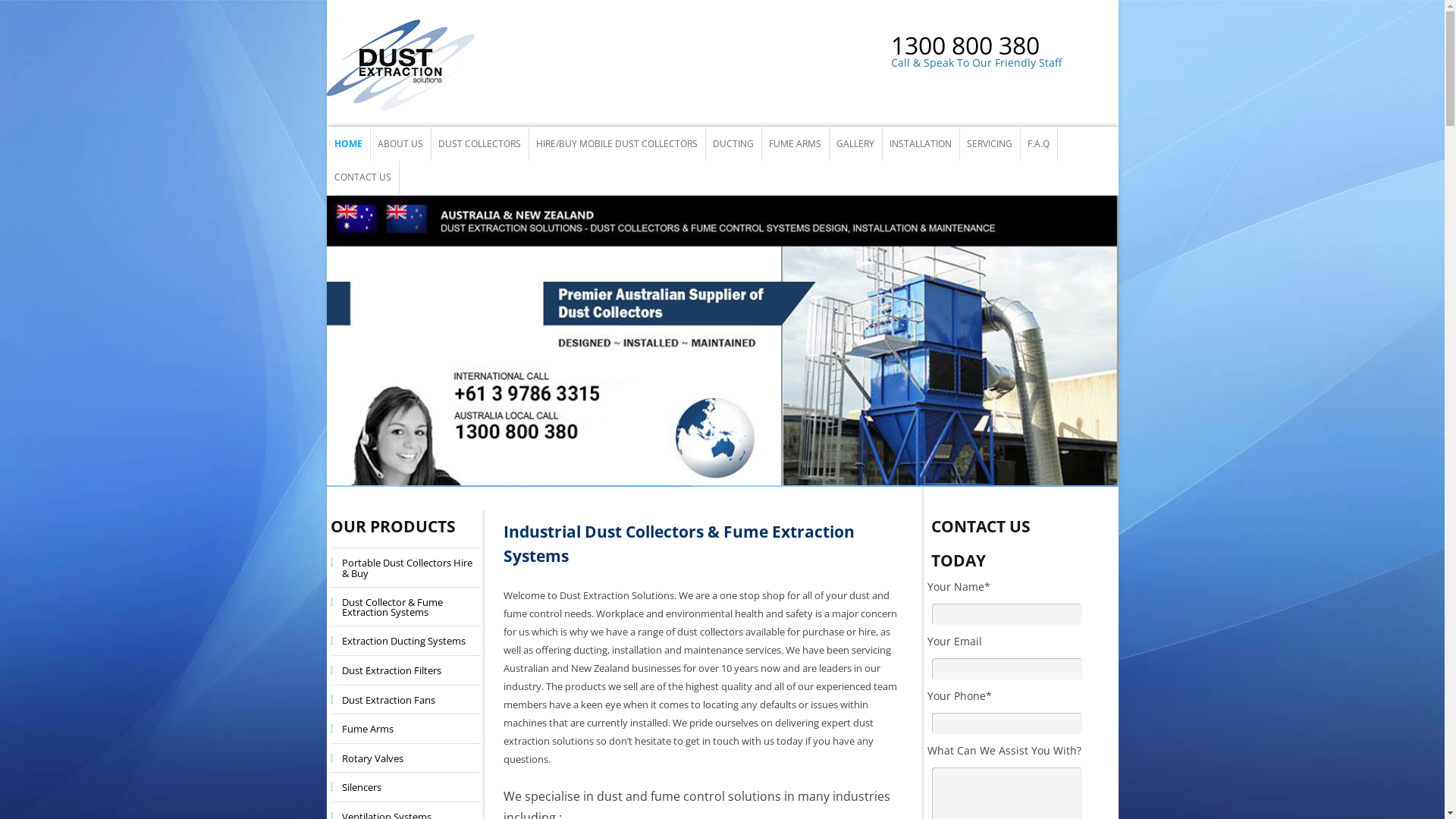 This screenshot has height=819, width=1456. I want to click on 'F.A.Q', so click(1037, 143).